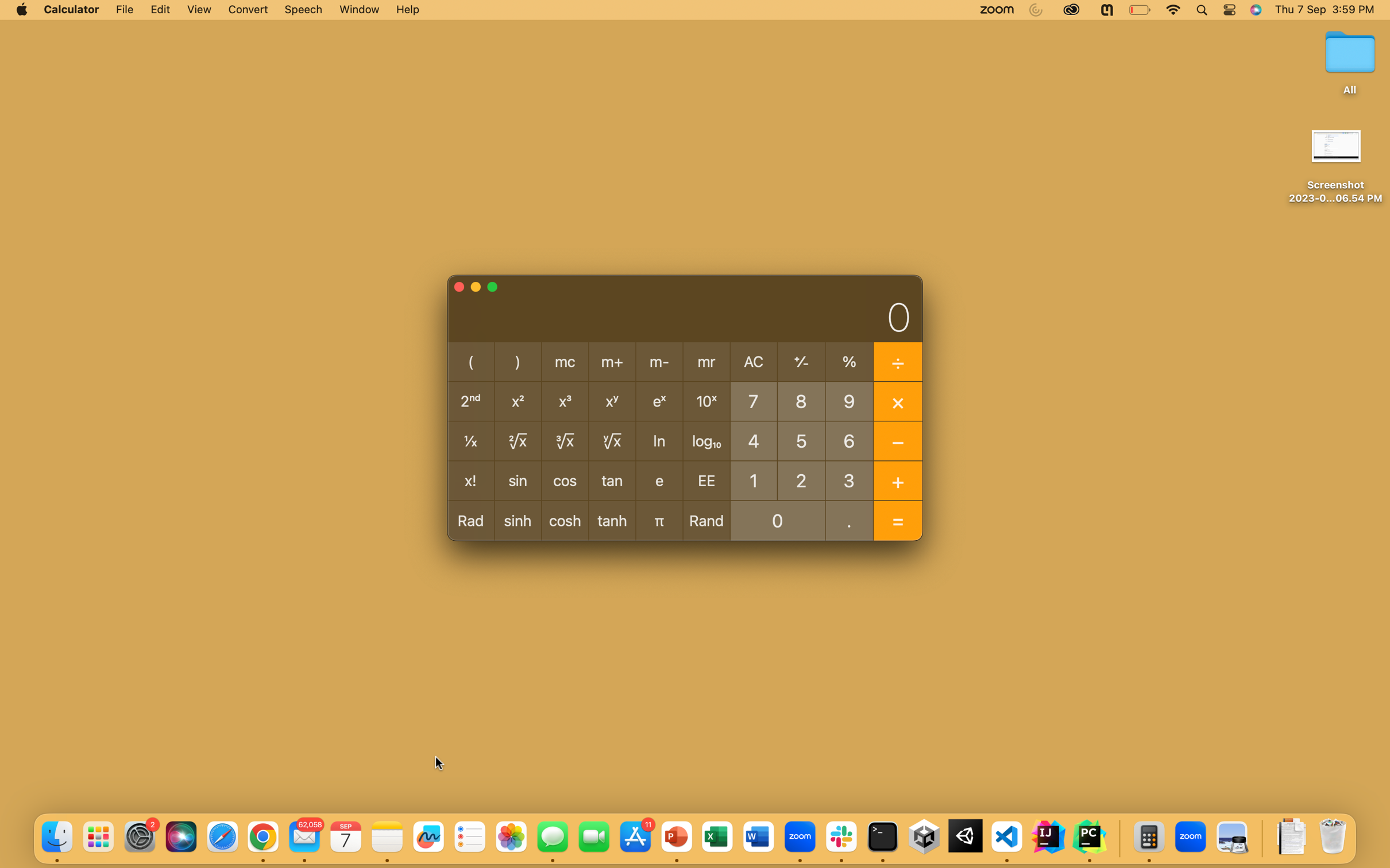 Image resolution: width=1390 pixels, height=868 pixels. What do you see at coordinates (801, 439) in the screenshot?
I see `Execute division of number 5 and -1 using pyautogui commands` at bounding box center [801, 439].